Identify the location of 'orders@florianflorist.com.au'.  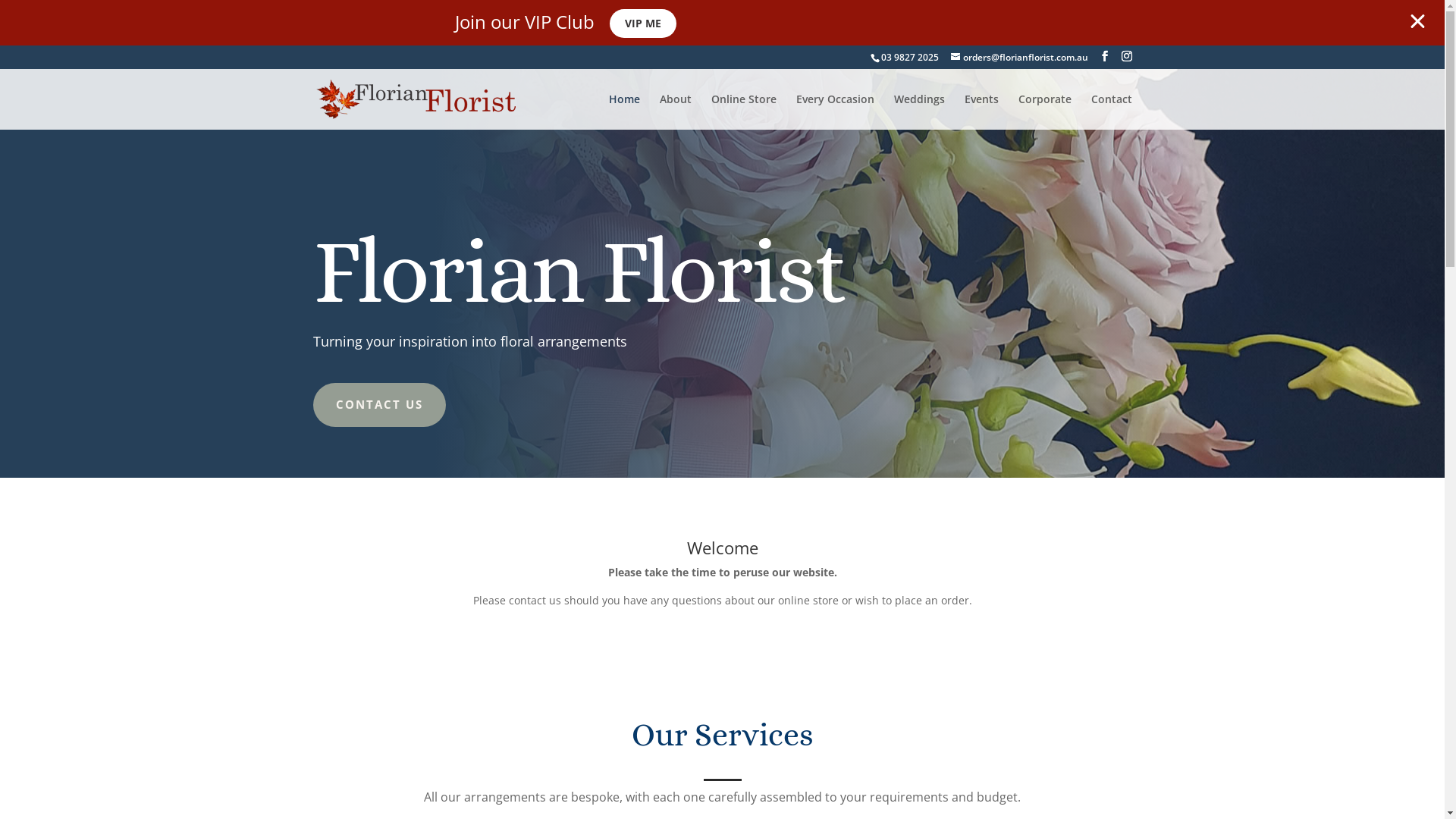
(1019, 56).